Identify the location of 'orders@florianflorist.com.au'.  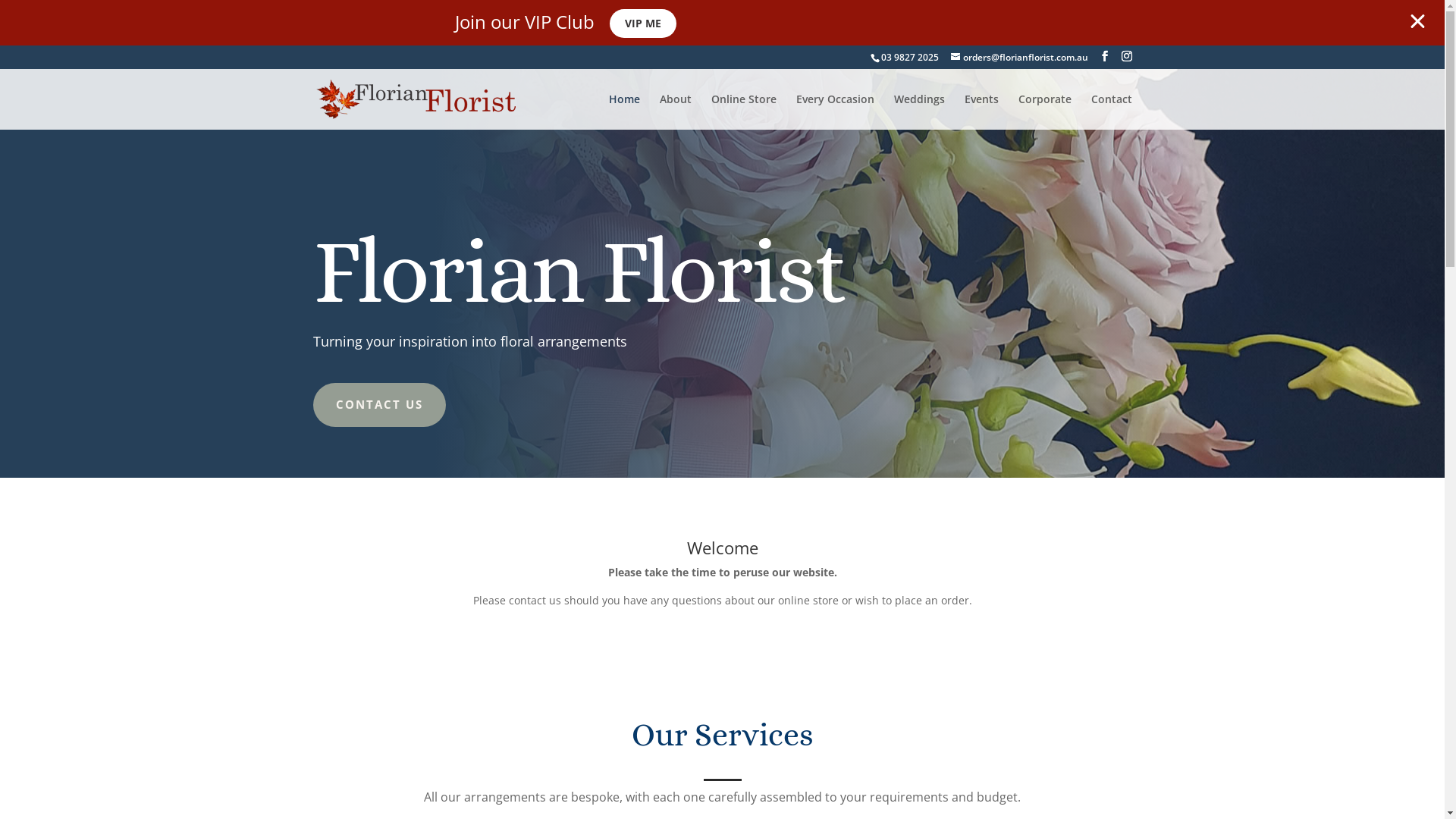
(1019, 56).